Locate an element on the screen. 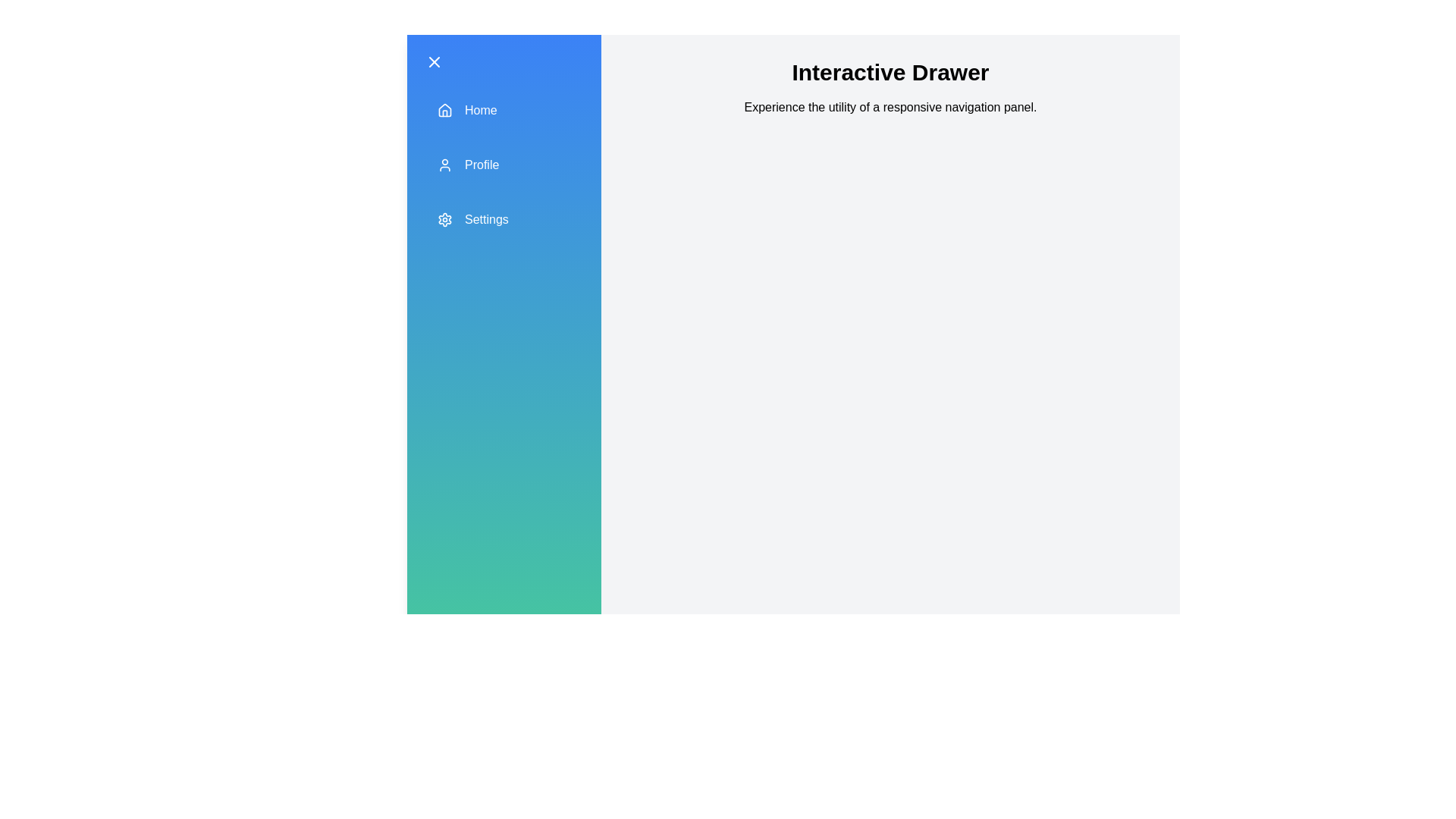 This screenshot has height=819, width=1456. the drawer item labeled Profile to observe the hover effect is located at coordinates (504, 165).